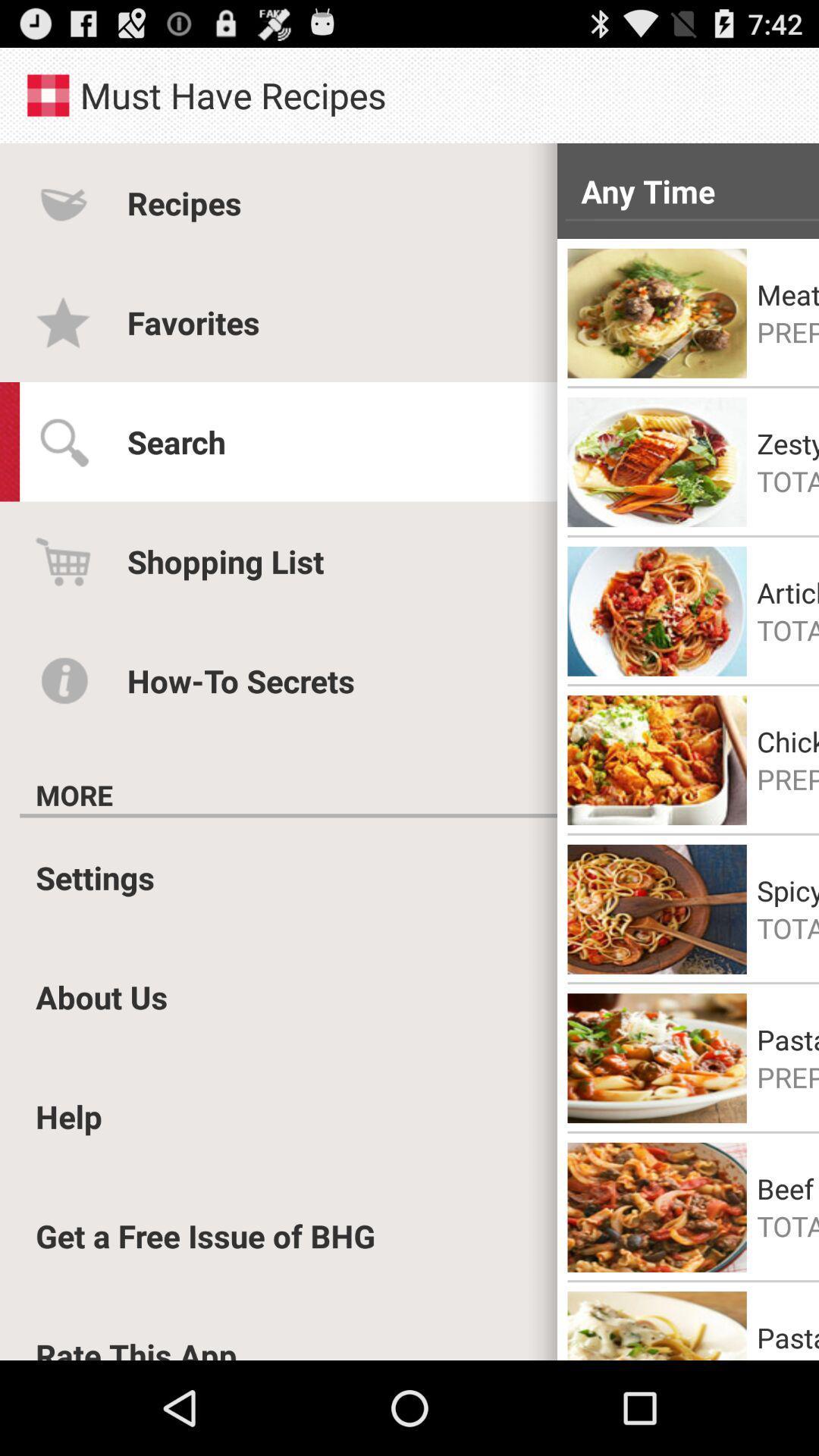 The height and width of the screenshot is (1456, 819). I want to click on the help app, so click(69, 1116).